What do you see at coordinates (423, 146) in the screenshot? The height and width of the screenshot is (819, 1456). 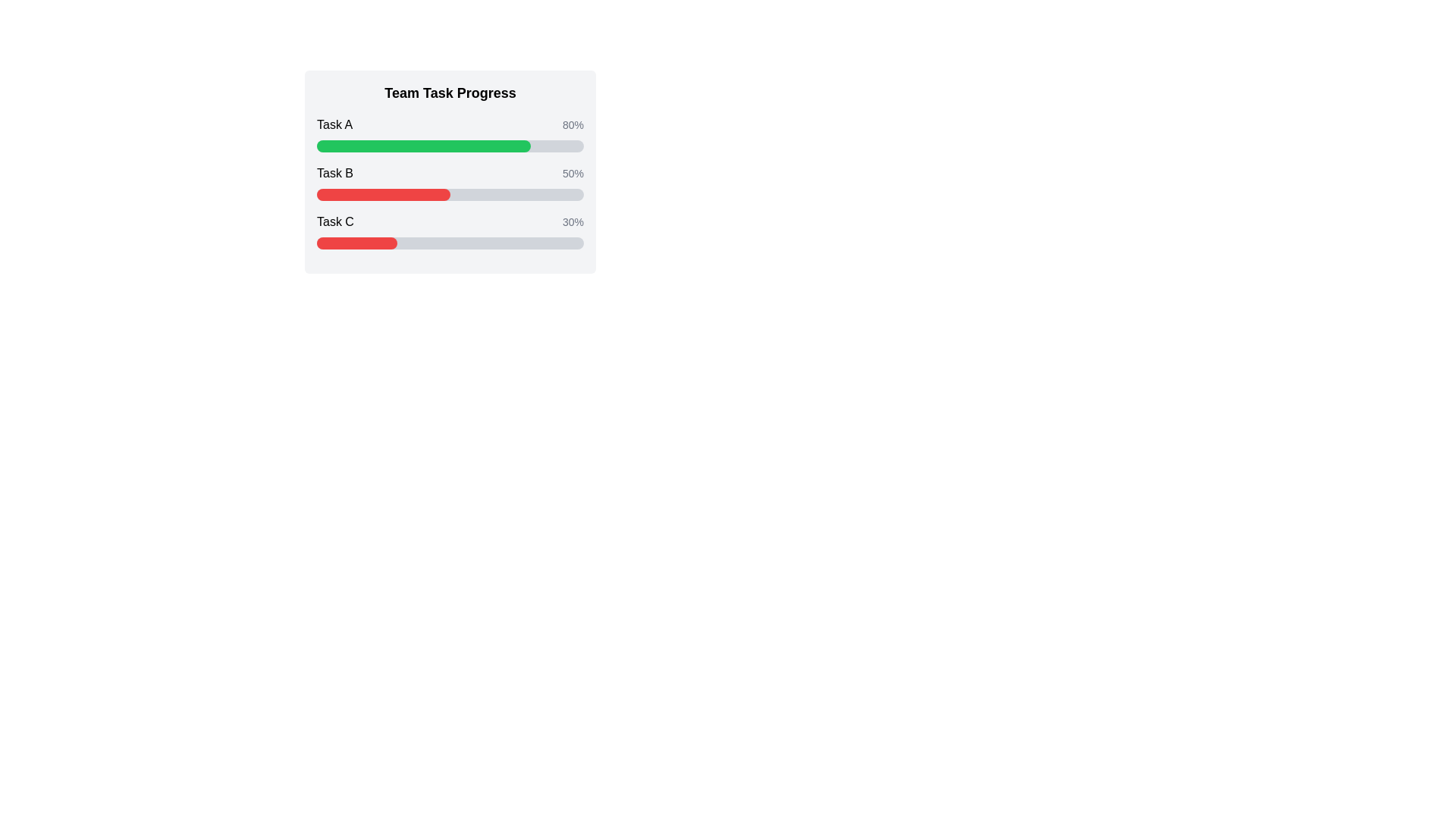 I see `the progress bar indicating 80% completion for 'Task A' to interact with it, if enabled` at bounding box center [423, 146].